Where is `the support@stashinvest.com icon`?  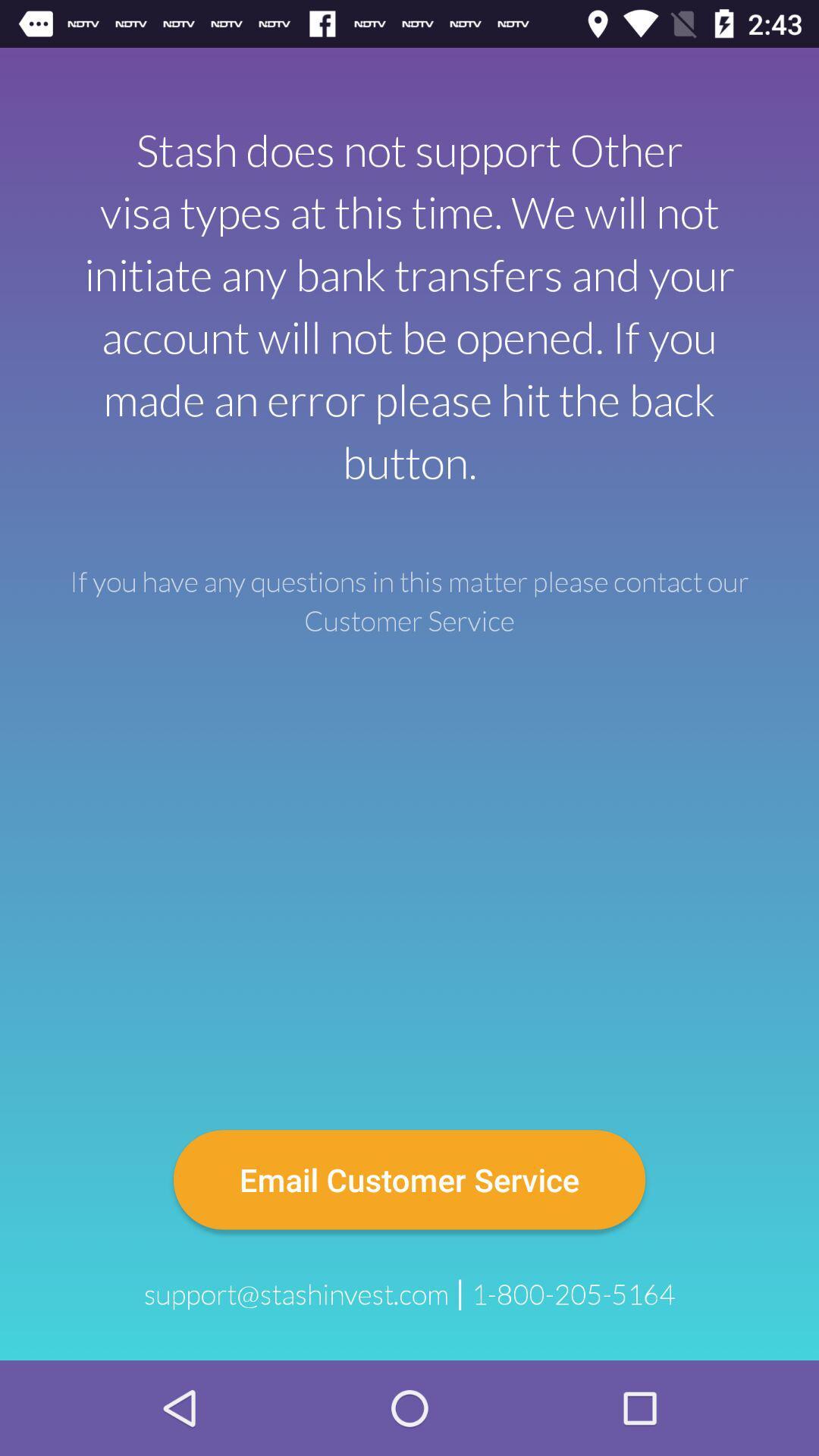 the support@stashinvest.com icon is located at coordinates (296, 1294).